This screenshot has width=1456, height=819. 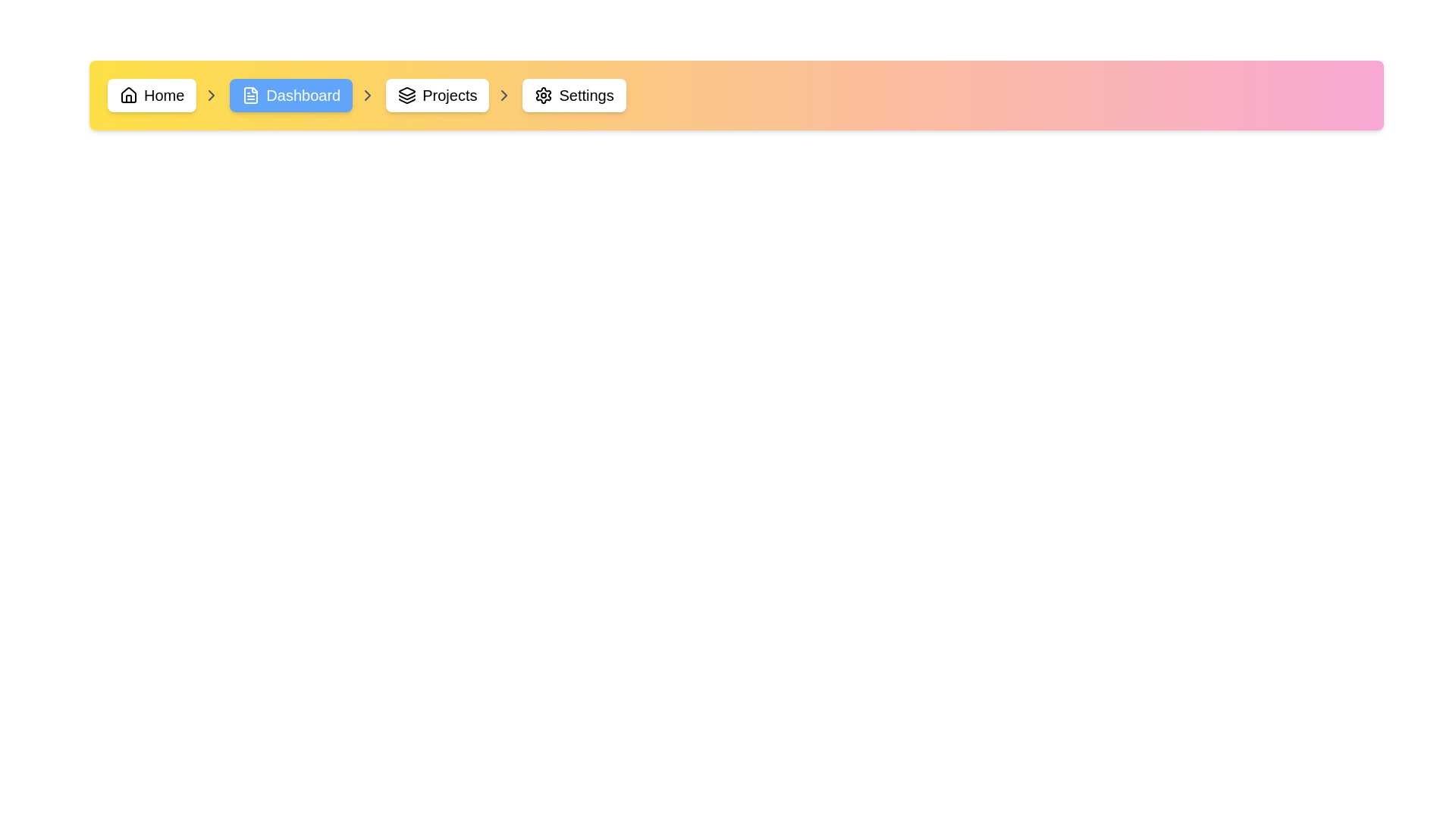 What do you see at coordinates (164, 96) in the screenshot?
I see `the 'Home' label which represents the navigation button for redirecting users to the homepage` at bounding box center [164, 96].